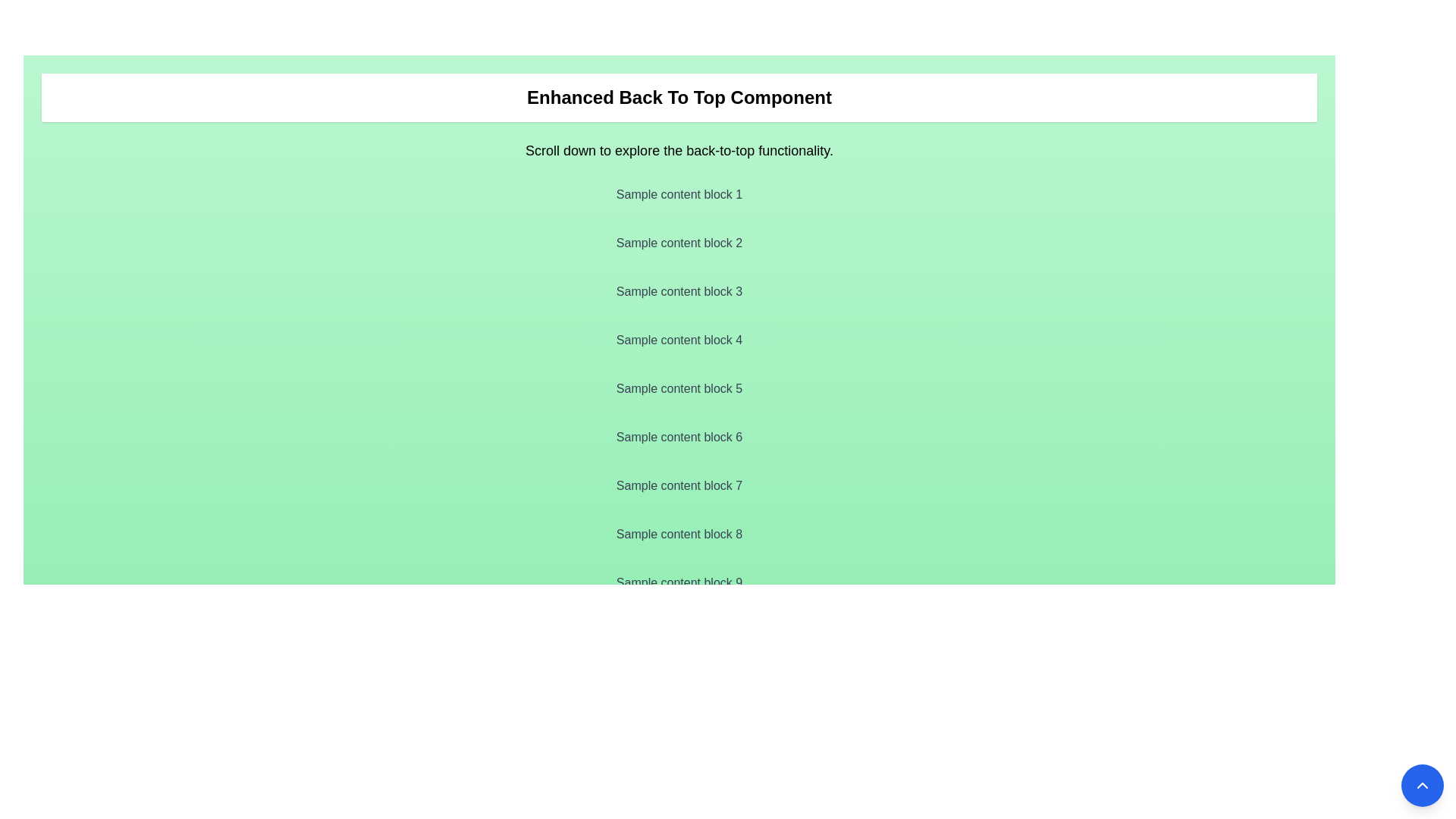 The image size is (1456, 819). I want to click on the text block labeled 'Sample content block 7', which is styled in gray and positioned among other similar blocks on a gradient green background, so click(679, 485).